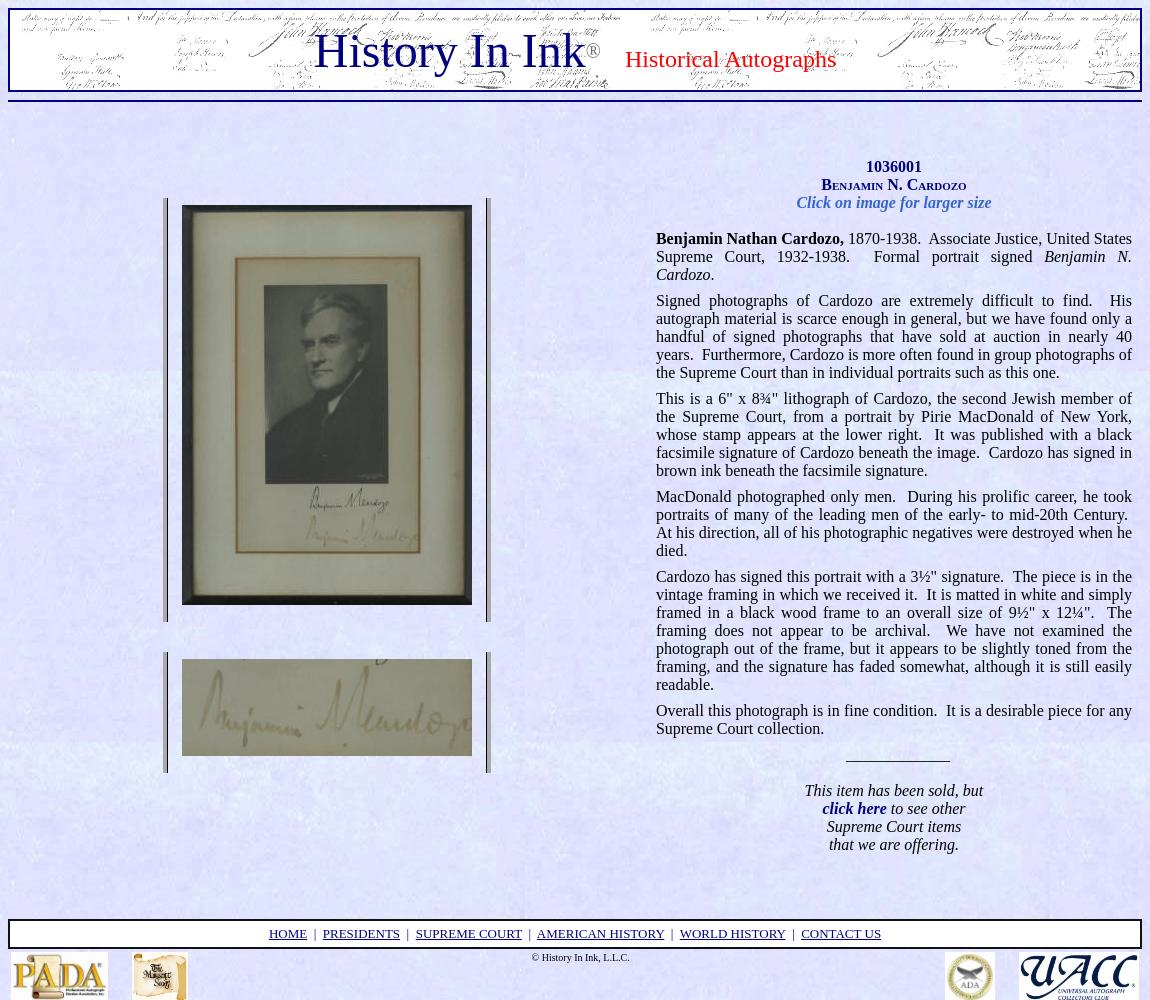 The image size is (1150, 1000). What do you see at coordinates (448, 49) in the screenshot?
I see `'History In Ink'` at bounding box center [448, 49].